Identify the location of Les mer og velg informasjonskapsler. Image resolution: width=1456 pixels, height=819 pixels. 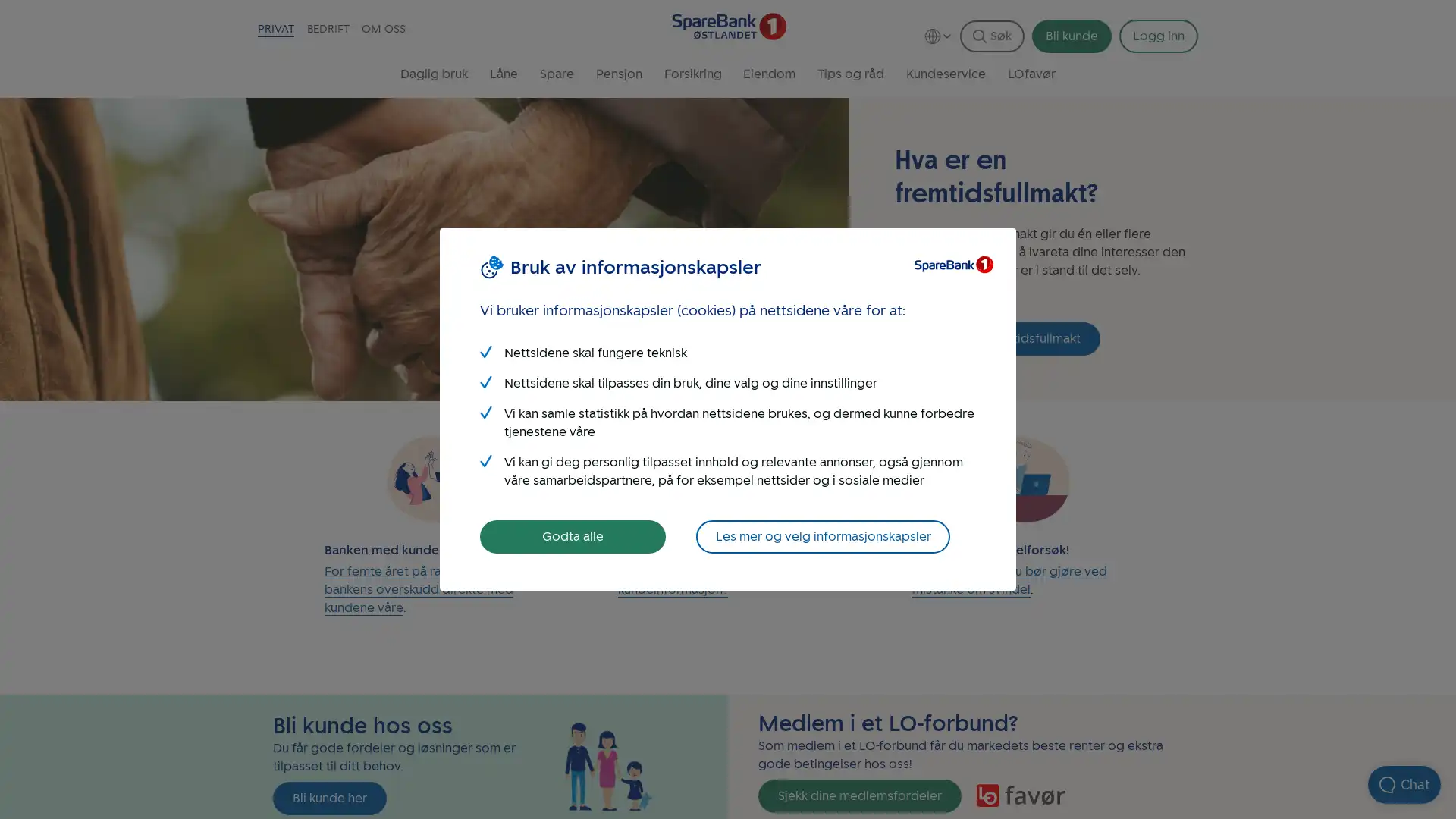
(822, 536).